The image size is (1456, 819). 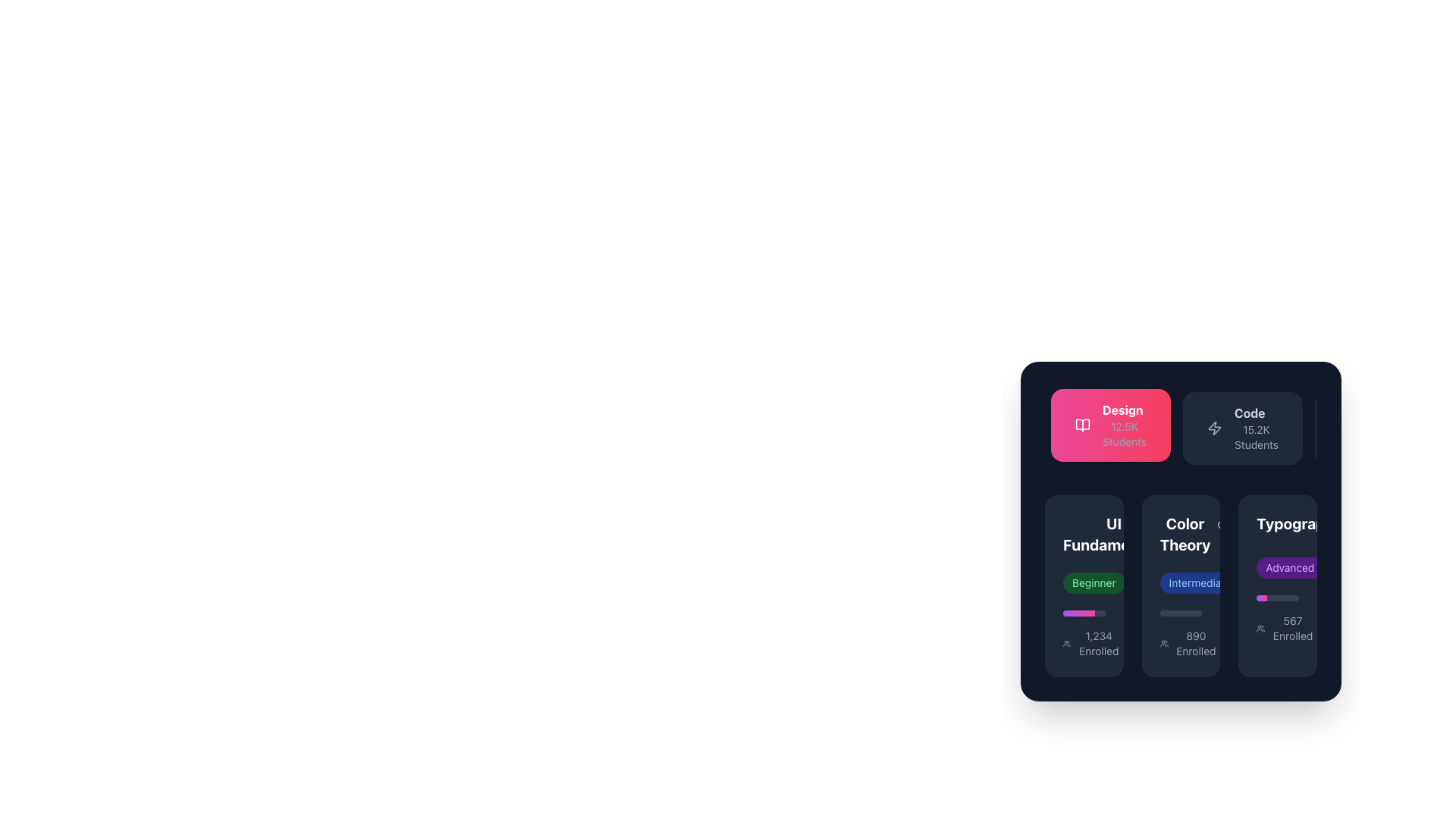 I want to click on the rectangular badge with rounded corners, featuring a purple background and white text that reads 'Advanced', located in the rightmost column of the 'Typography' card, so click(x=1277, y=567).